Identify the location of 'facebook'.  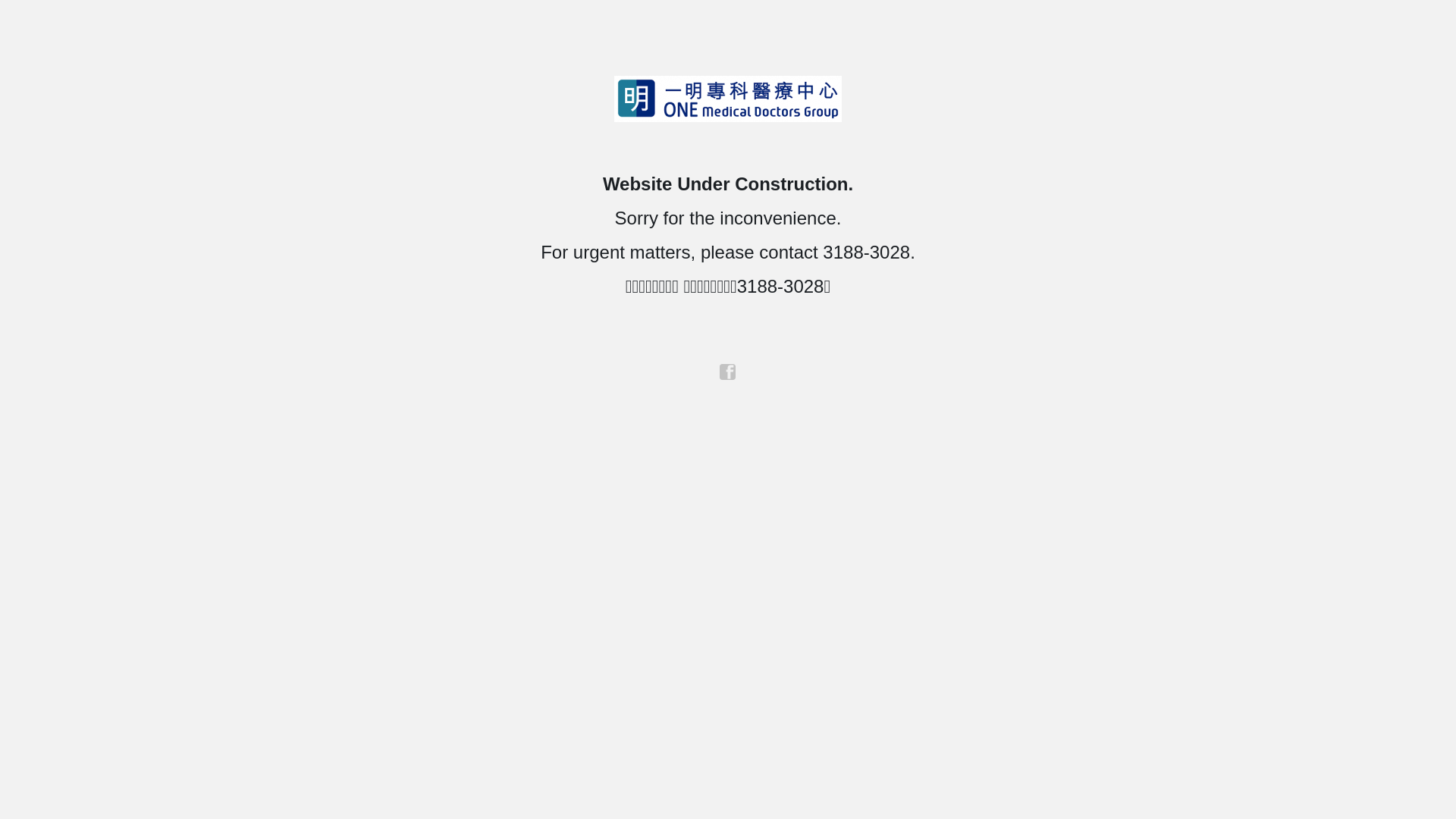
(728, 372).